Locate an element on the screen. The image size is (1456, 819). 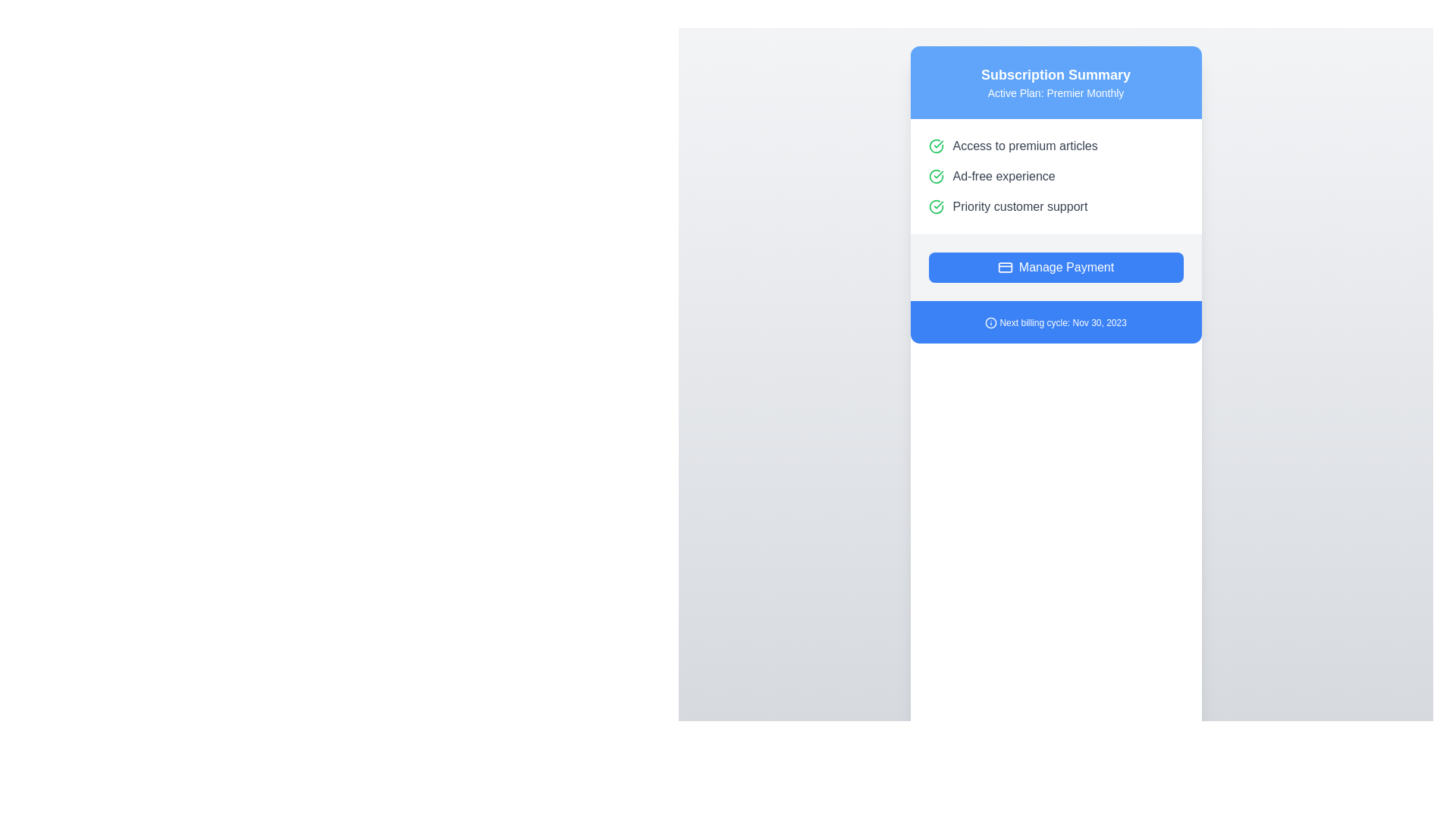
the icon indicating 'Priority customer support' feature in the subscription summary card, located to the left of the associated text is located at coordinates (935, 207).